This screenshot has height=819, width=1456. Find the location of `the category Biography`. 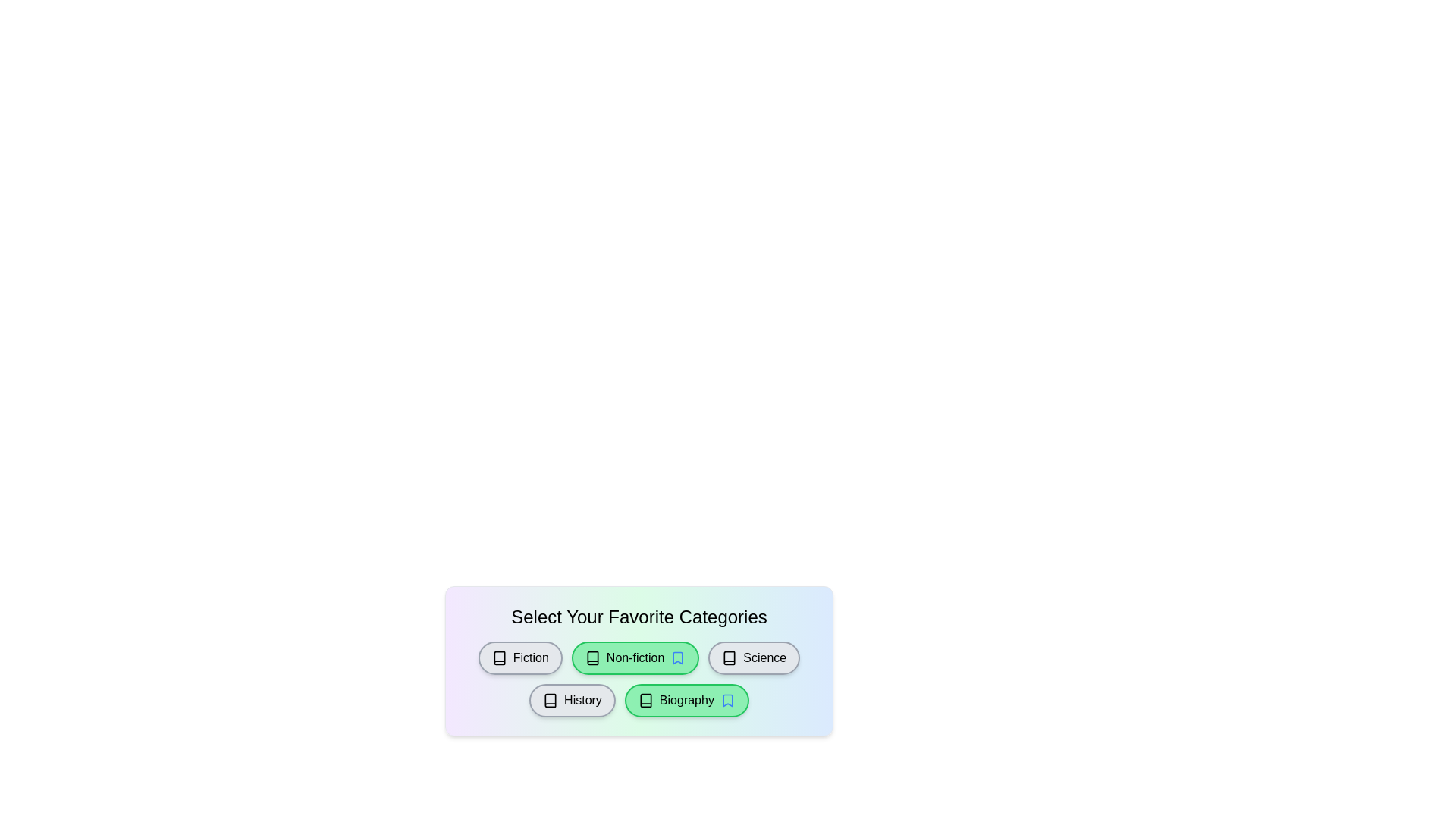

the category Biography is located at coordinates (686, 701).